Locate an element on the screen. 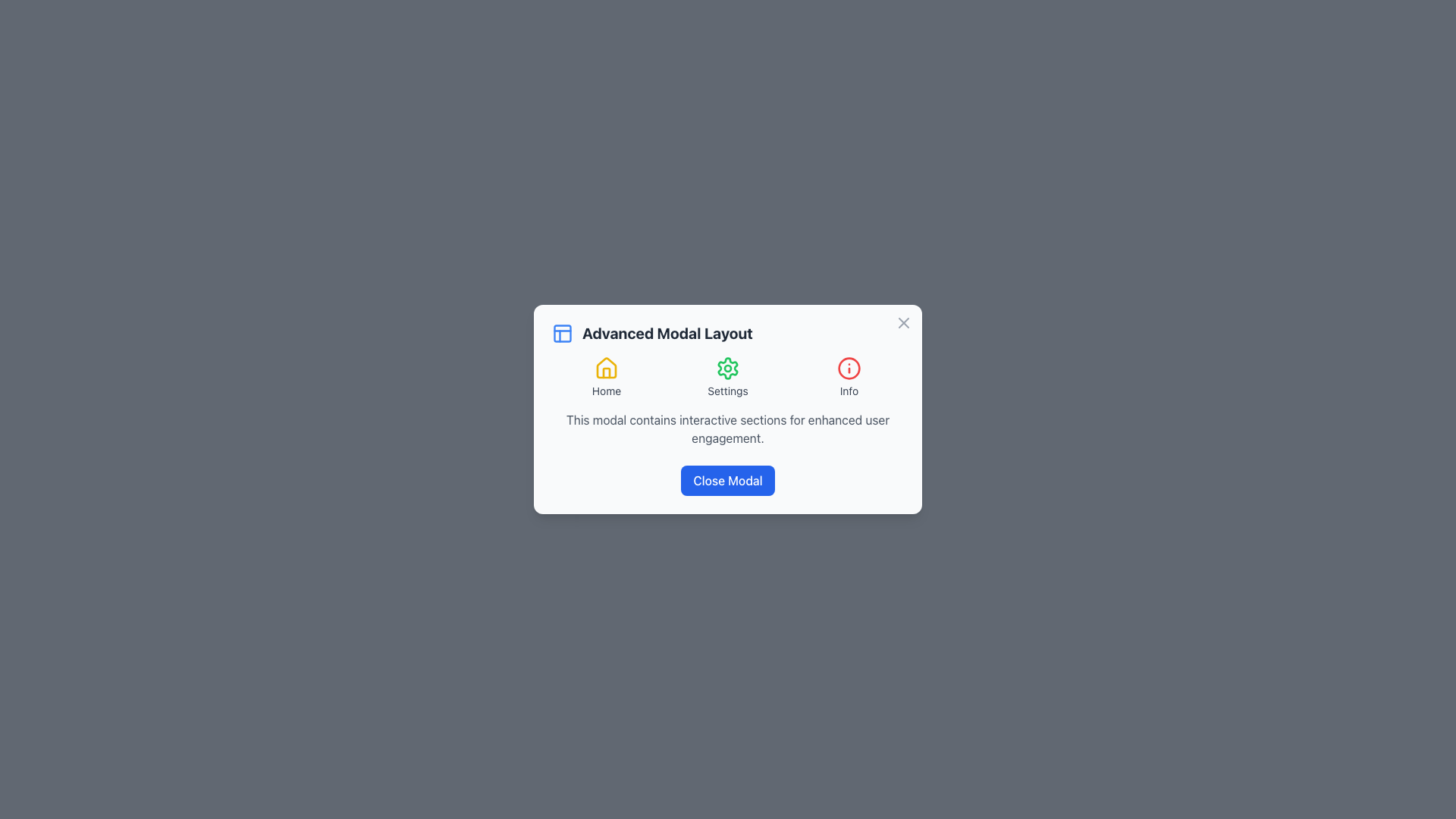 This screenshot has height=819, width=1456. the vertical rectangle shape resembling a door or window in the house-shaped icon, which is located near the center-bottom area aligned with the 'Home' label is located at coordinates (607, 373).